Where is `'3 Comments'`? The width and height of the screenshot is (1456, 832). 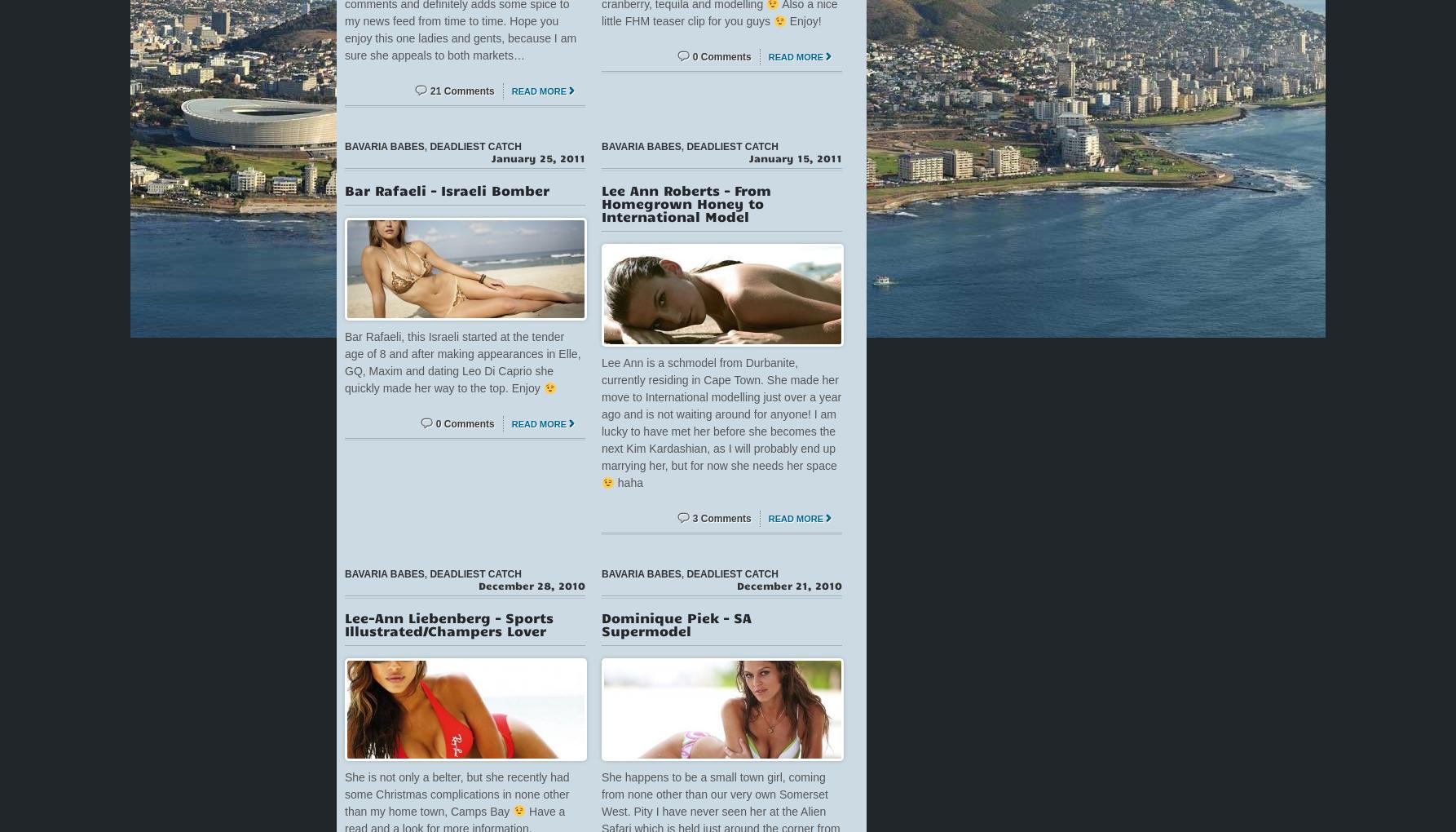 '3 Comments' is located at coordinates (720, 516).